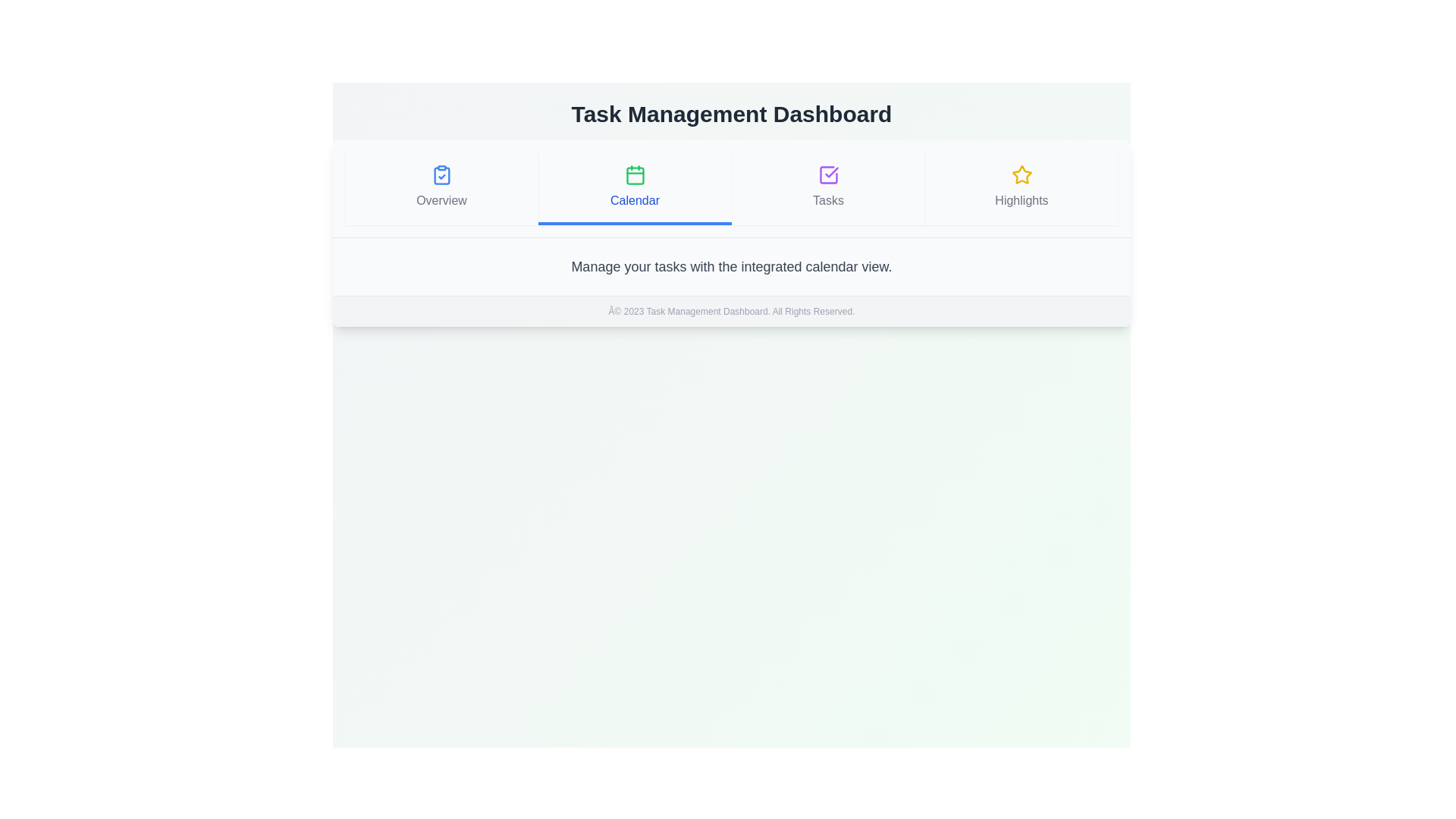  I want to click on the 'Highlights' navigation button located at the rightmost position of the tab bar under 'Task Management Dashboard', so click(1021, 188).